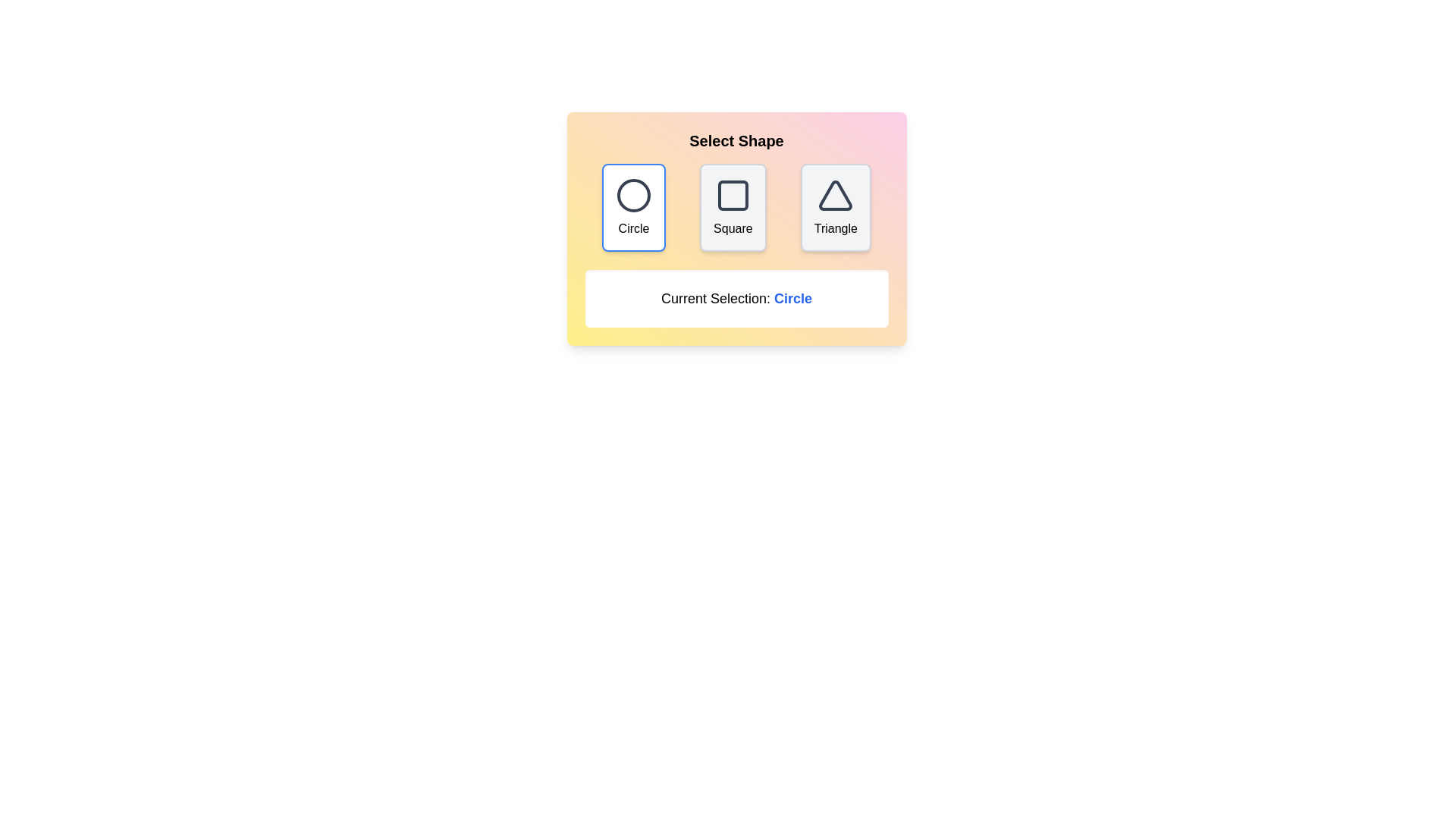 The image size is (1456, 819). I want to click on the Triangle button to observe hover effects, so click(835, 207).